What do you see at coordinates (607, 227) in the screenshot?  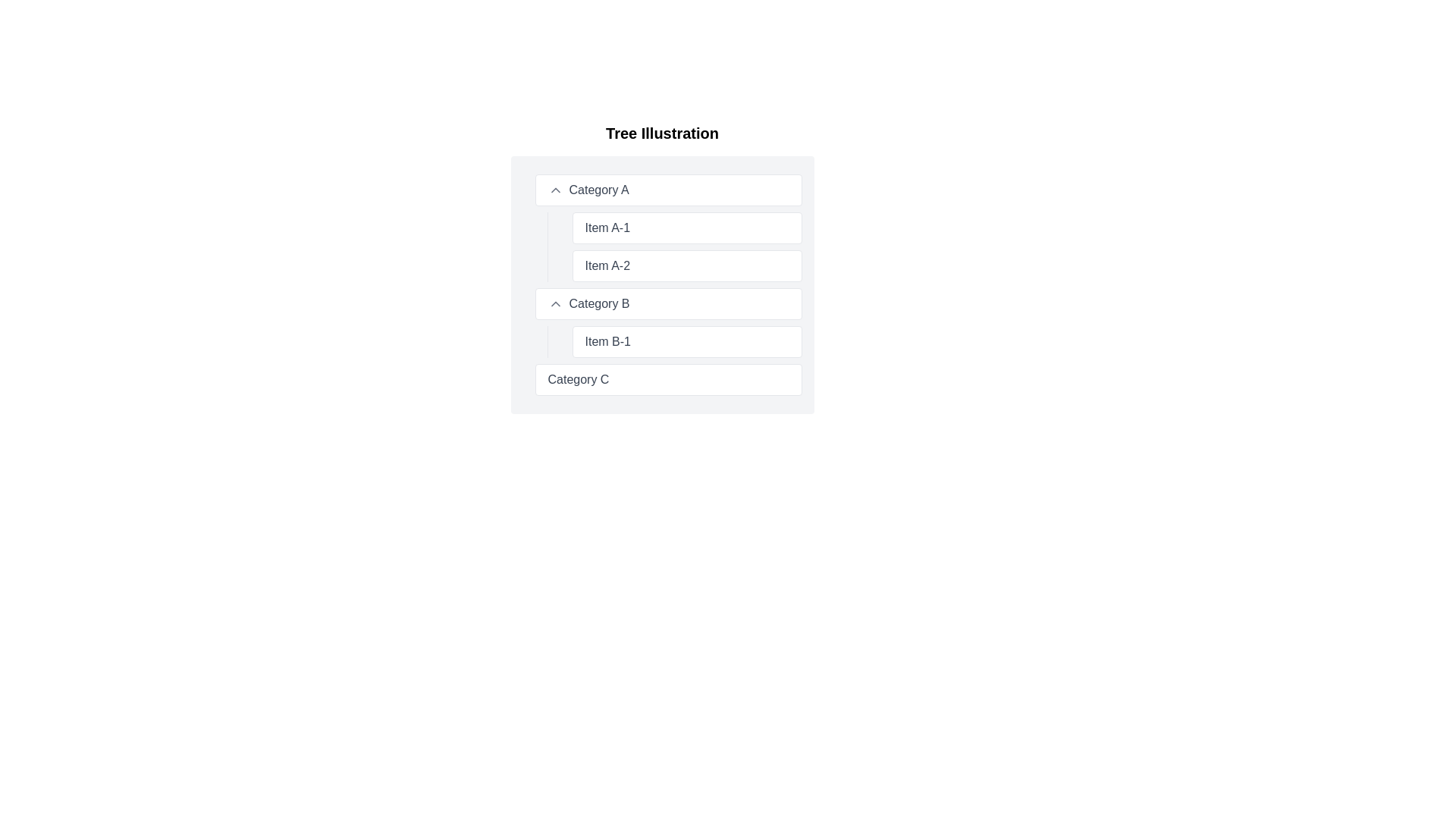 I see `text content of the static label 'Item A-1', which is styled with a medium font weight and gray color, positioned under 'Category A' in the tree structure` at bounding box center [607, 227].